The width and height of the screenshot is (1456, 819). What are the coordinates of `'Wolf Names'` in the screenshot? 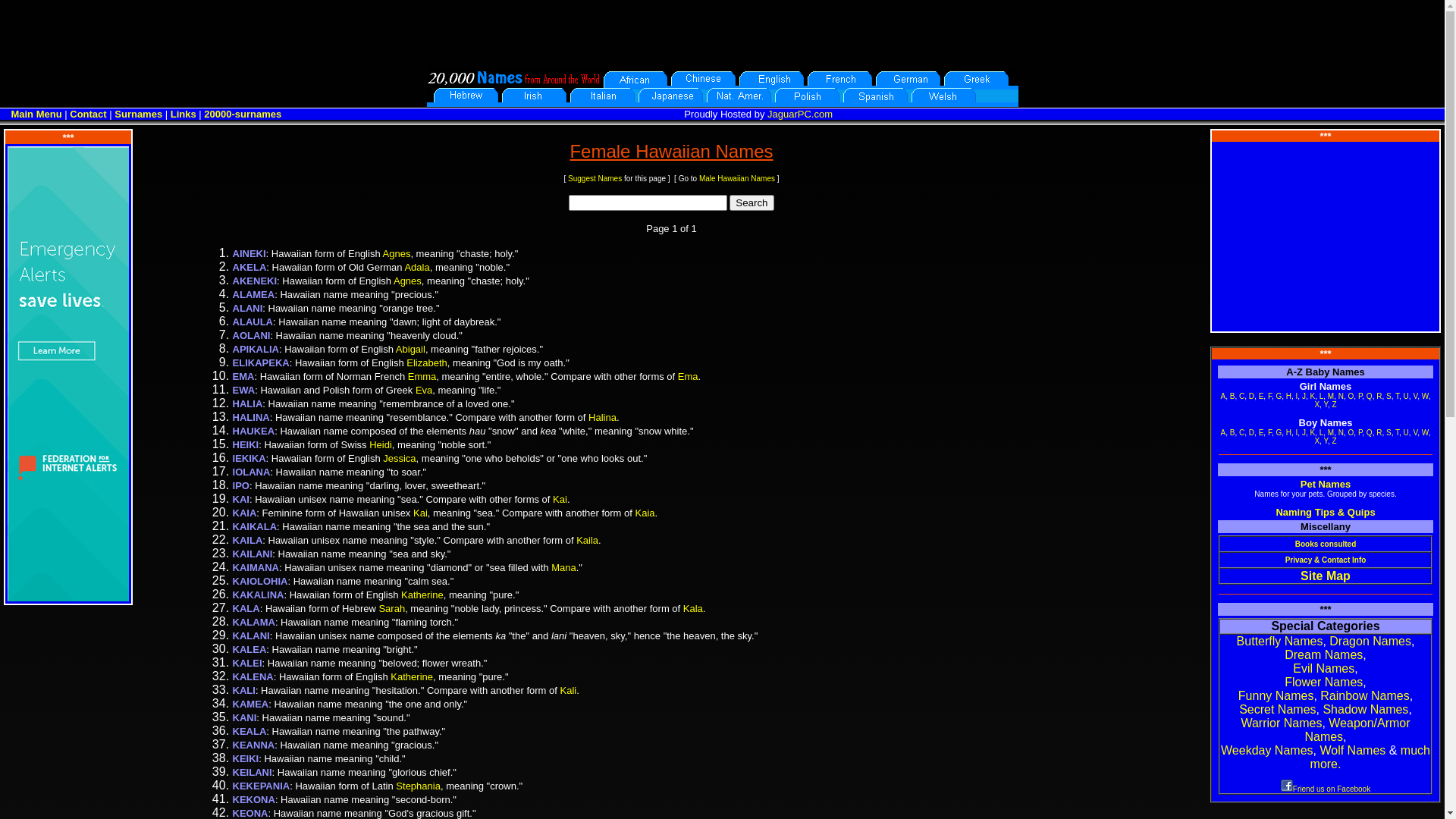 It's located at (1352, 749).